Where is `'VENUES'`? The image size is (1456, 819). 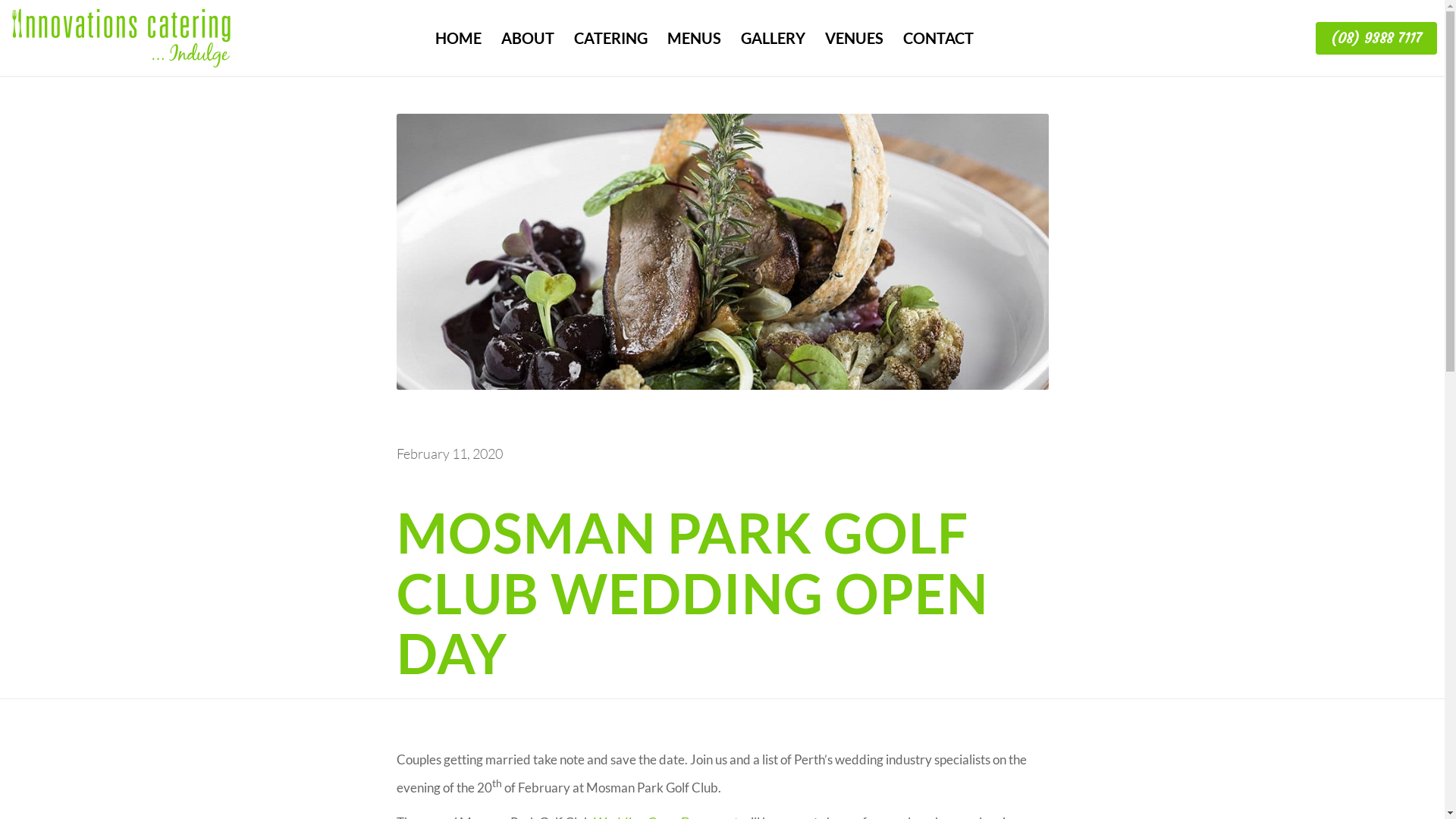 'VENUES' is located at coordinates (854, 45).